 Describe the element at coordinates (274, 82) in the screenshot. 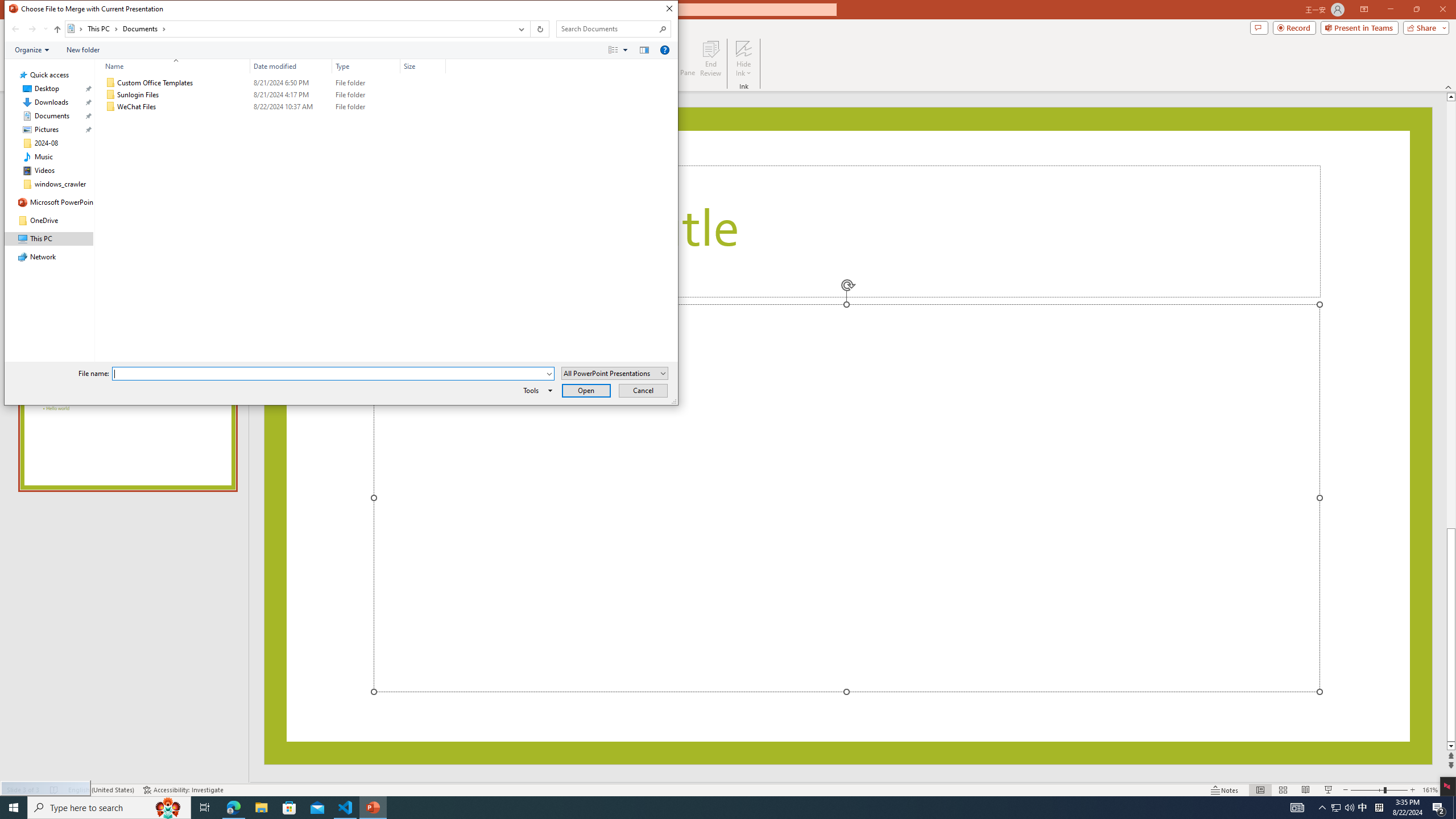

I see `'Custom Office Templates'` at that location.